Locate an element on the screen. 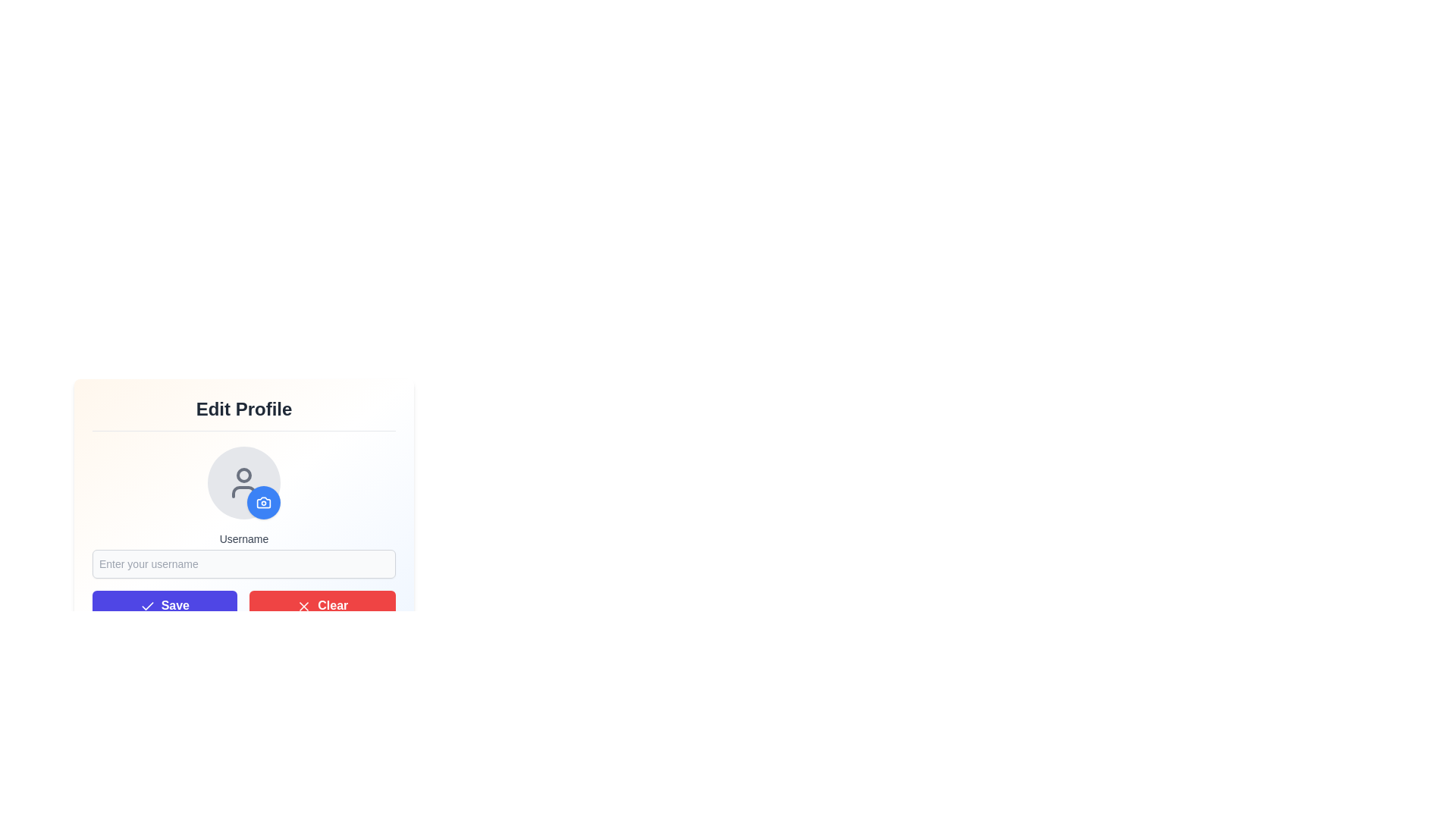 The height and width of the screenshot is (819, 1456). an image onto the Interactive avatar with a button, which is a circular user profile icon with a gray background and a small blue button at the bottom-right for changing the profile picture is located at coordinates (243, 482).